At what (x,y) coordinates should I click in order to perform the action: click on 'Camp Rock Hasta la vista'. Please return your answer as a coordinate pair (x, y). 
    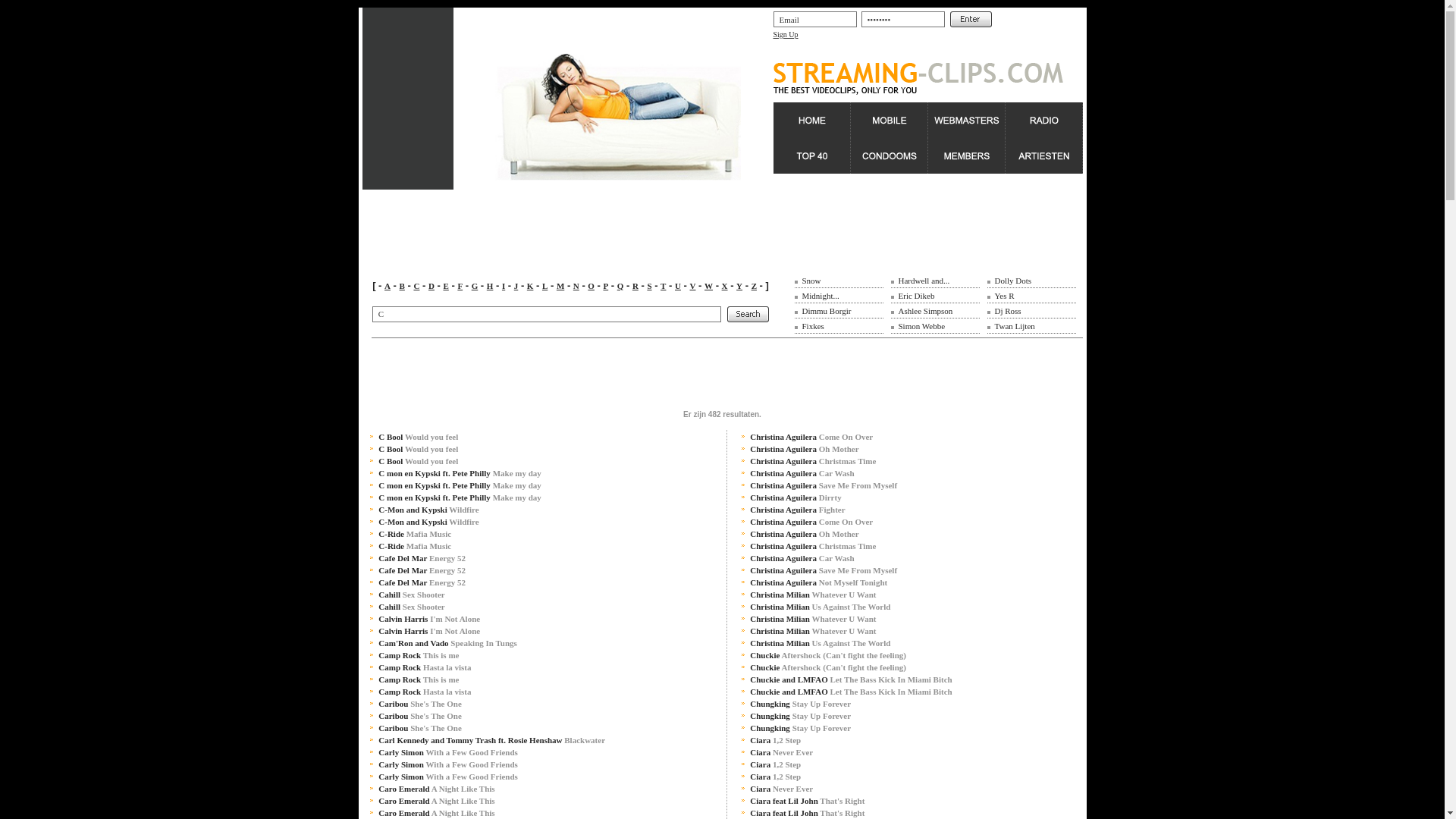
    Looking at the image, I should click on (378, 666).